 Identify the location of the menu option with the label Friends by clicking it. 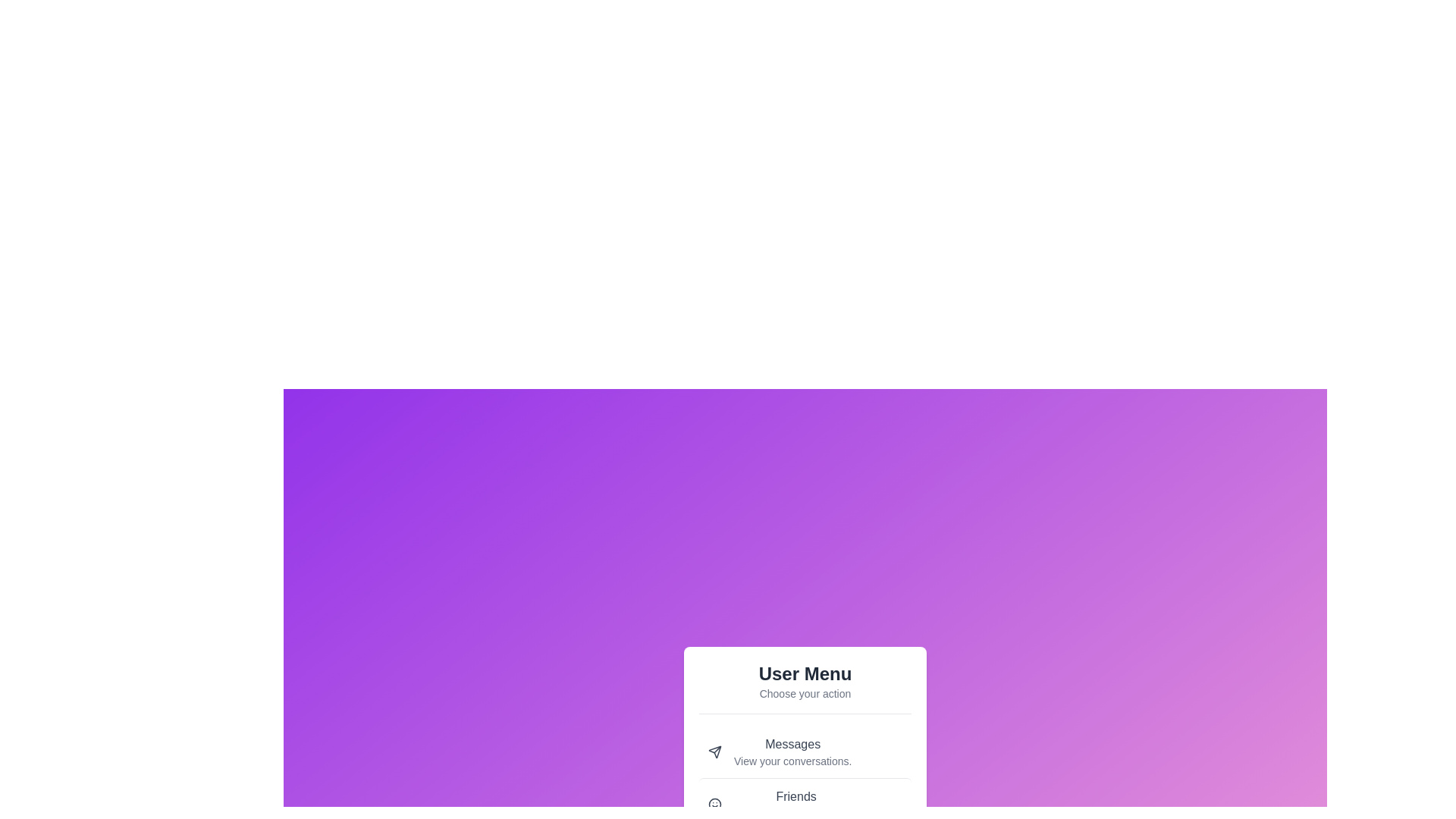
(804, 803).